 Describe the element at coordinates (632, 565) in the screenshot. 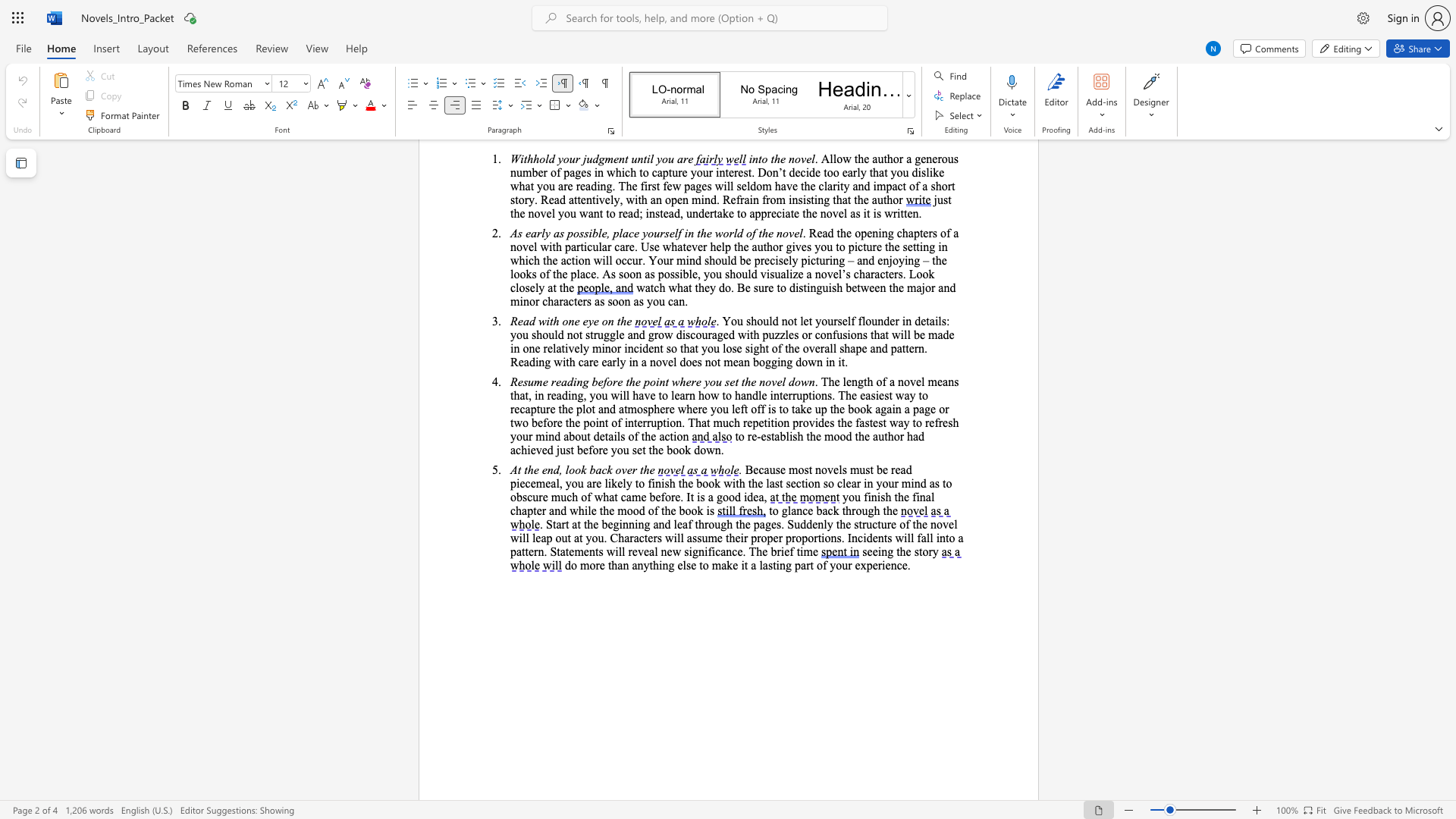

I see `the subset text "anything else to make it a lasting part of" within the text "do more than anything else to make it a lasting part of your experience."` at that location.